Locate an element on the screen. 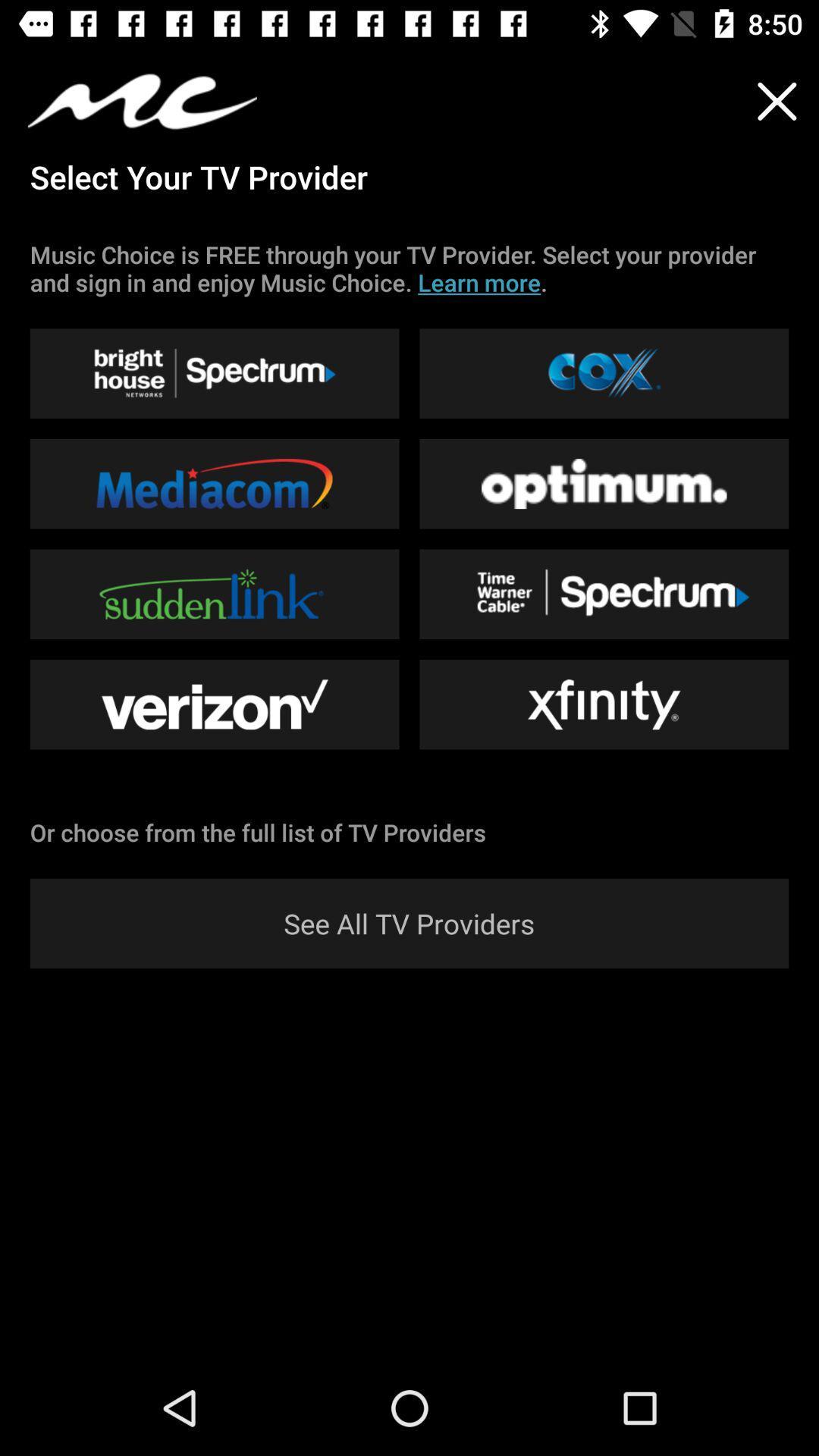 The height and width of the screenshot is (1456, 819). the button which is left side of the xfinity is located at coordinates (215, 704).